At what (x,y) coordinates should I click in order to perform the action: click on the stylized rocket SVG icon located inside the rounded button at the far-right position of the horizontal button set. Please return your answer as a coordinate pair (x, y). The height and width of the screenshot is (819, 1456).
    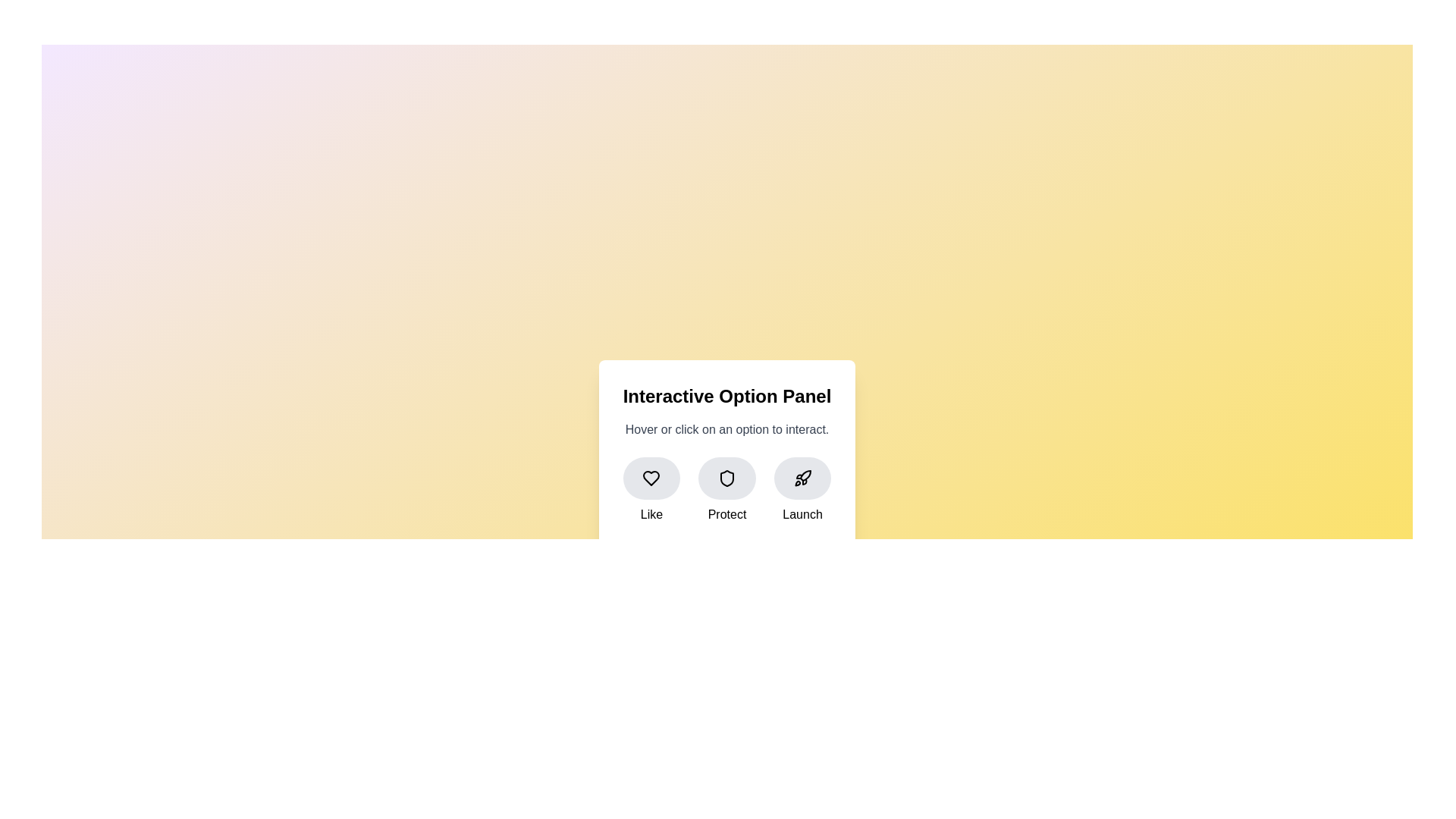
    Looking at the image, I should click on (802, 479).